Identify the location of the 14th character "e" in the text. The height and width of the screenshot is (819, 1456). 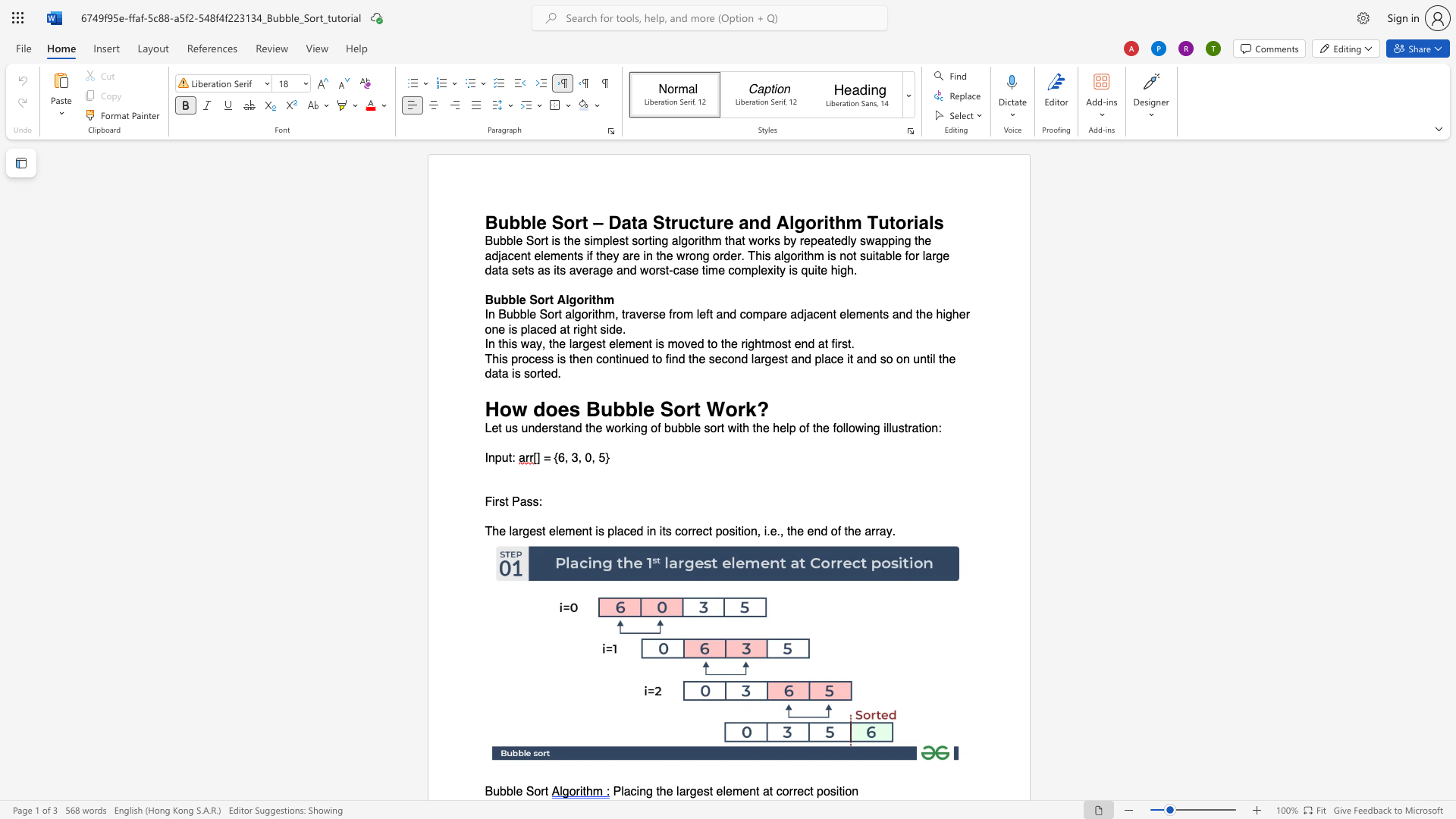
(669, 255).